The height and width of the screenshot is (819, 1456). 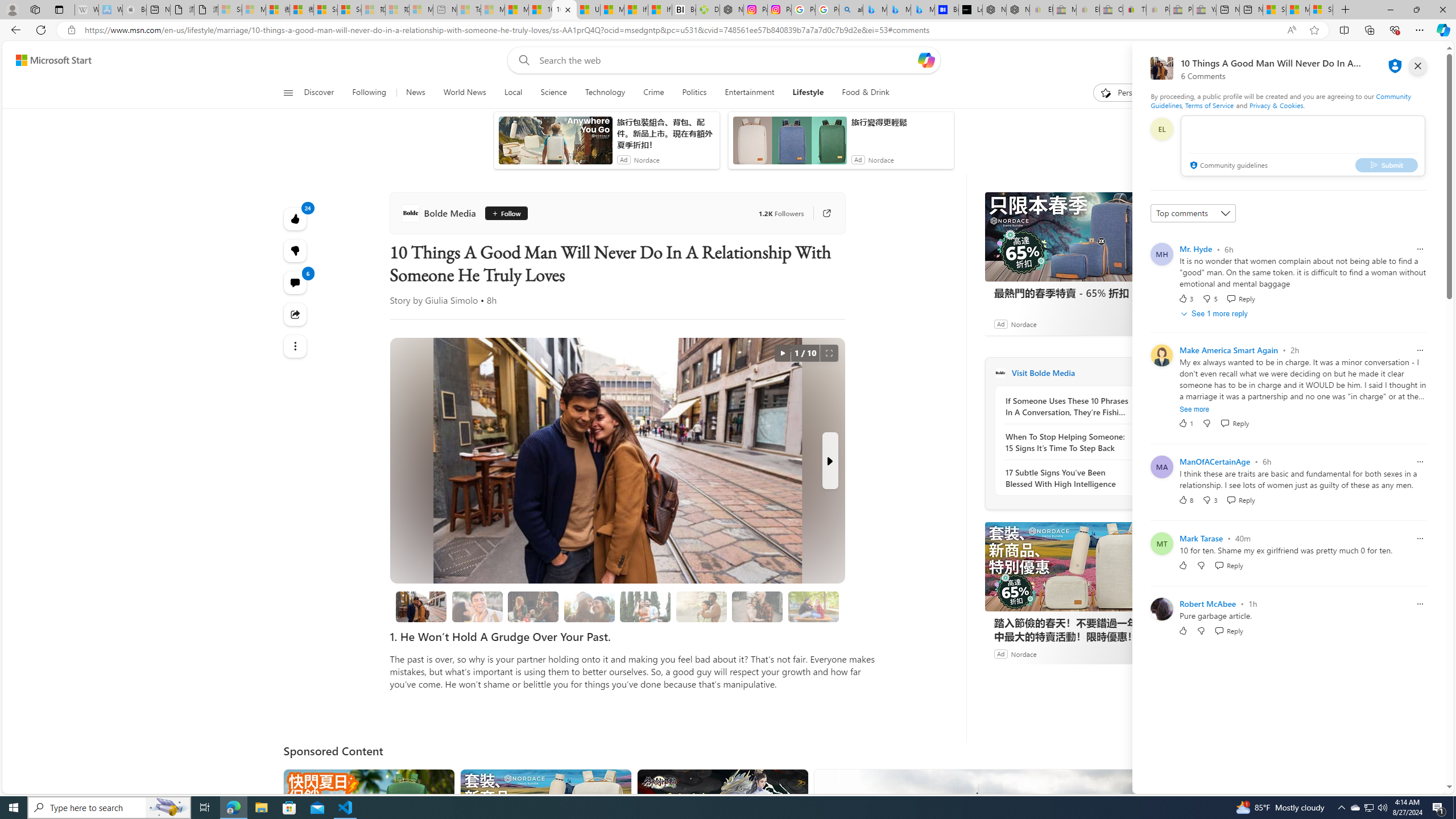 I want to click on 'Next Slide', so click(x=830, y=460).